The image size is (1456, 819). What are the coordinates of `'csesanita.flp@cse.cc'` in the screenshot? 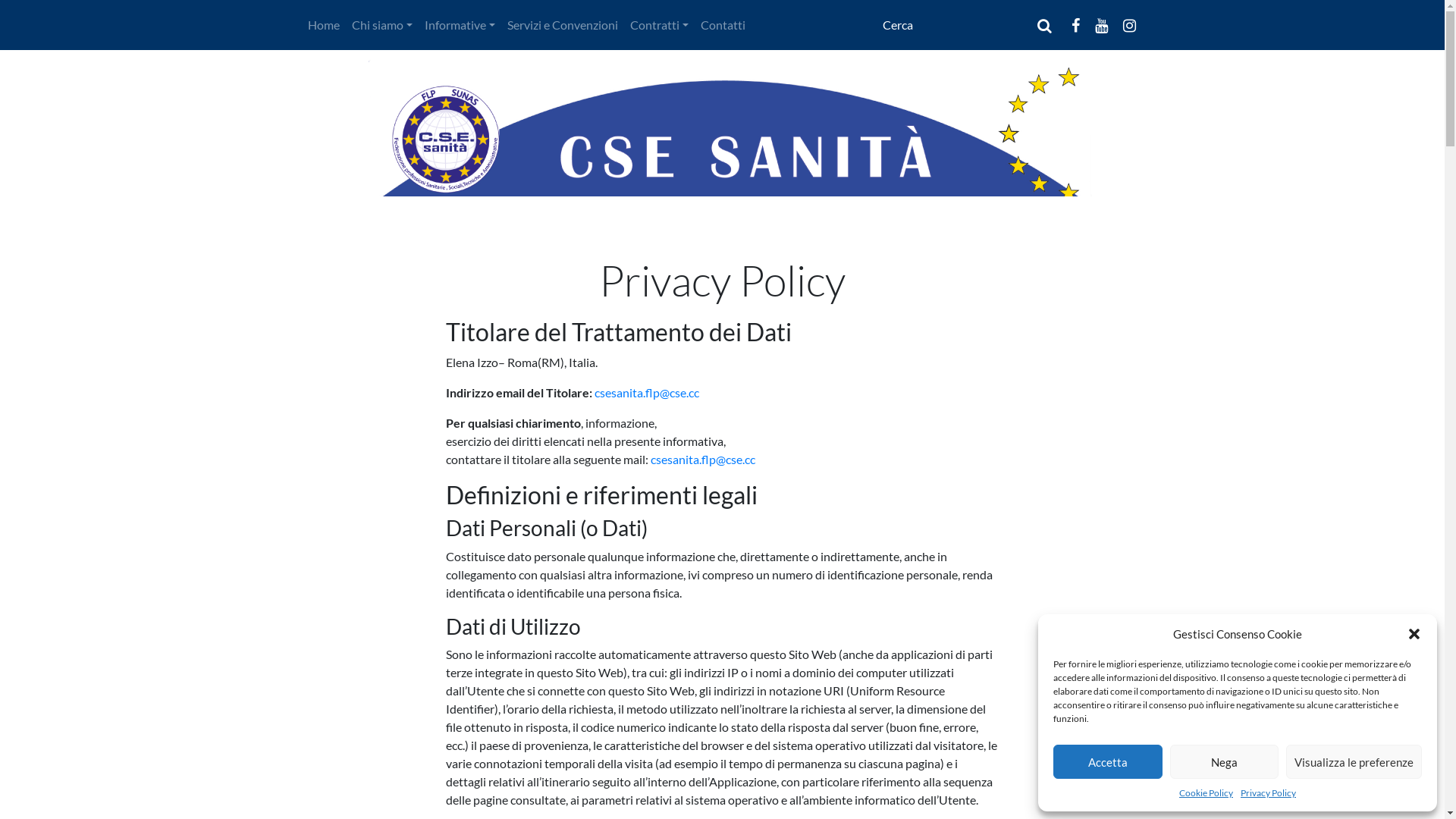 It's located at (701, 458).